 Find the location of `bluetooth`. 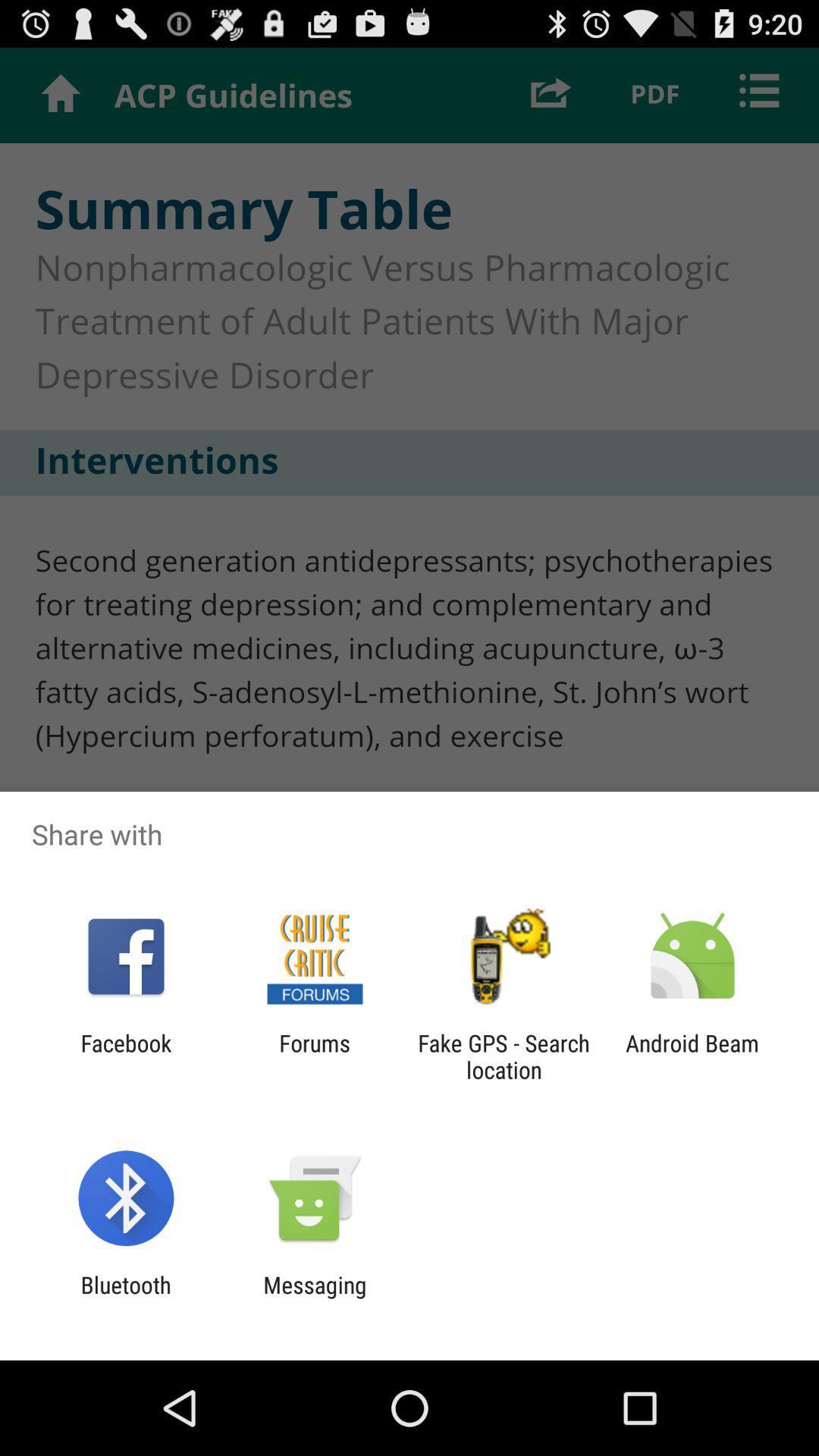

bluetooth is located at coordinates (125, 1298).